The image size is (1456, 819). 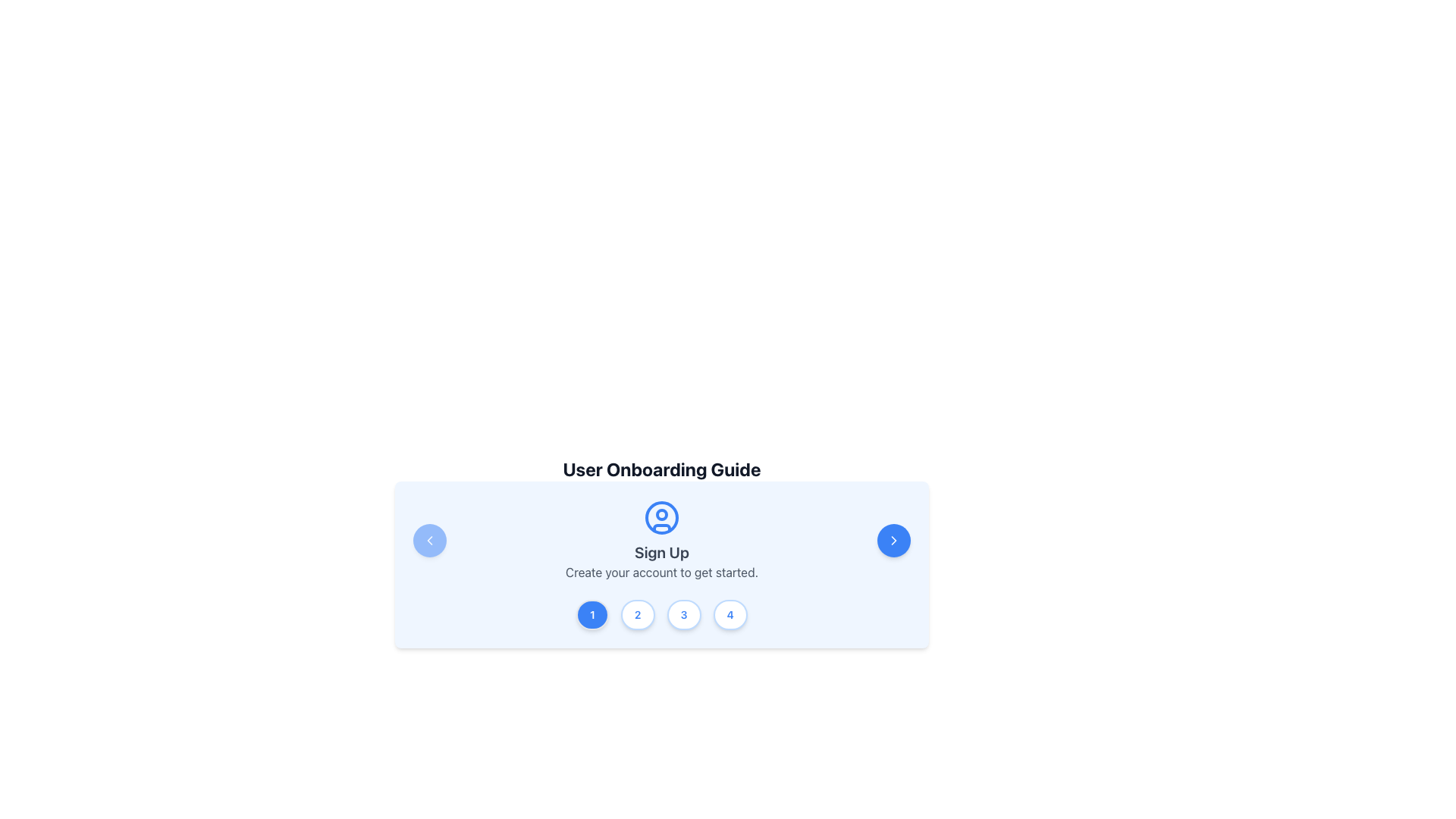 I want to click on the circular button with a bright blue background and a white chevron pointing right at its center, so click(x=894, y=540).